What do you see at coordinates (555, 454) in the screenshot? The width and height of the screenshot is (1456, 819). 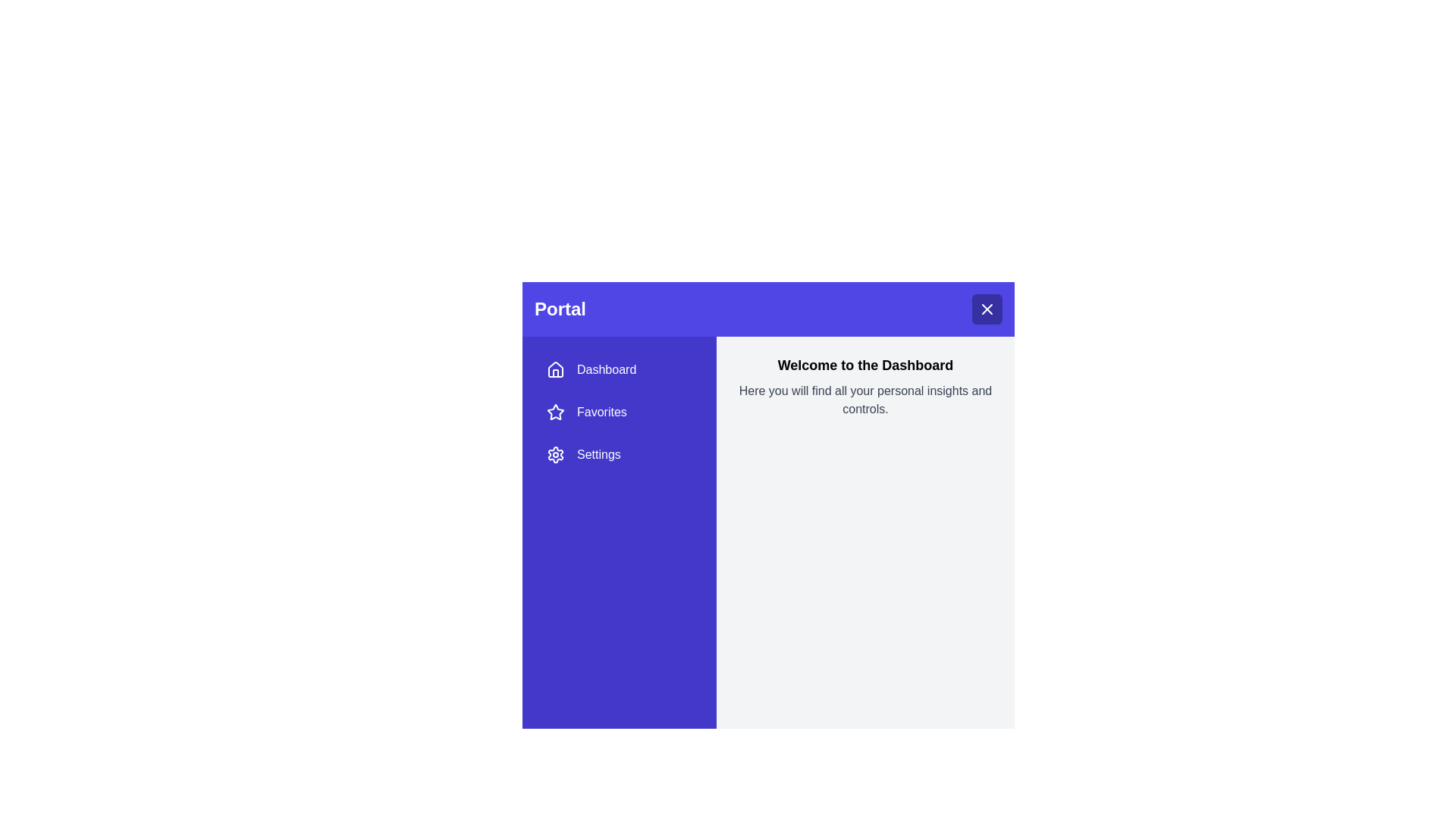 I see `the gear-like icon associated with the 'Settings' option in the vertical navigation menu, located below the 'Favorites' icon` at bounding box center [555, 454].